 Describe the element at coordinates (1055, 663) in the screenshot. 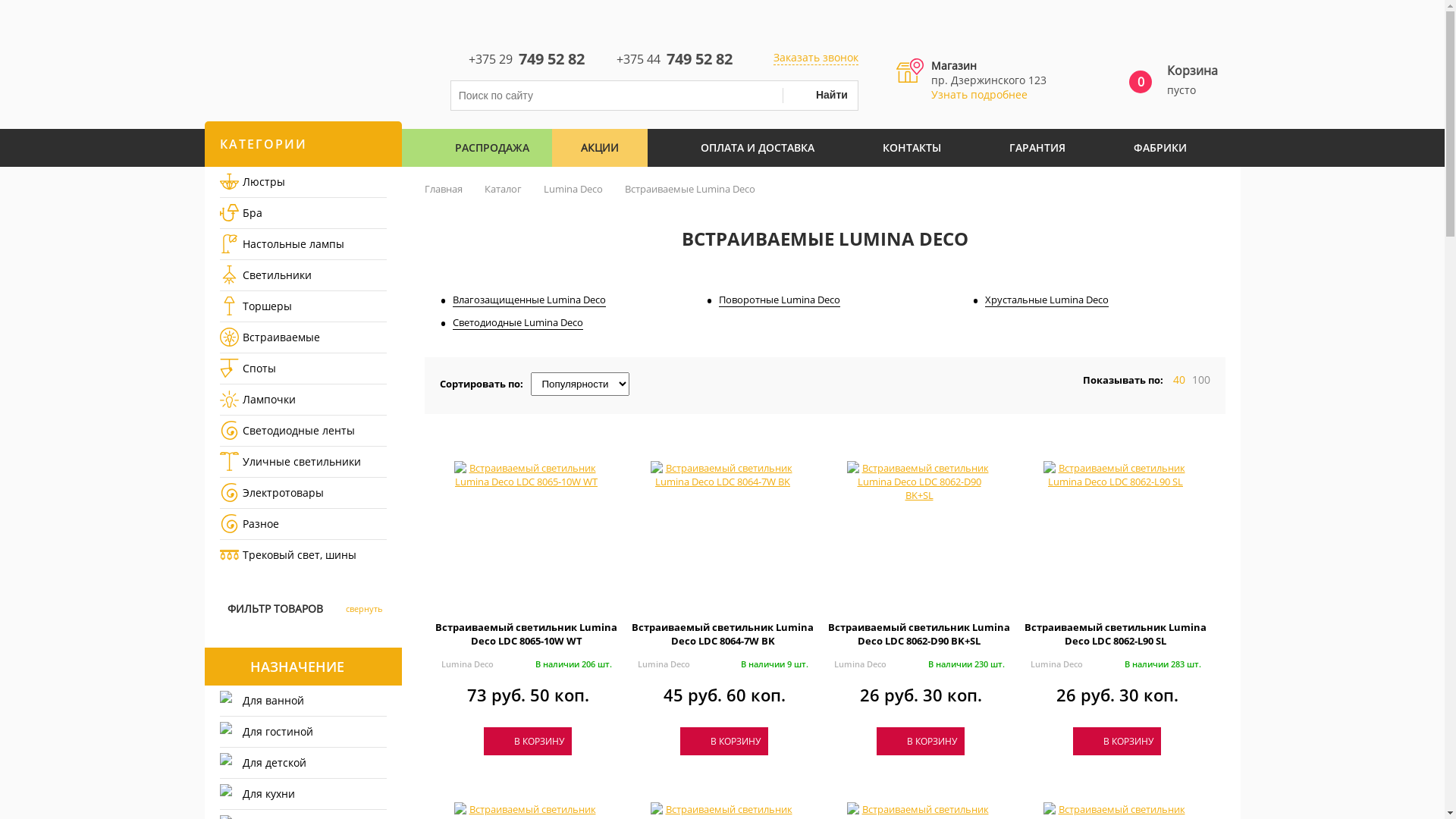

I see `'Lumina Deco'` at that location.